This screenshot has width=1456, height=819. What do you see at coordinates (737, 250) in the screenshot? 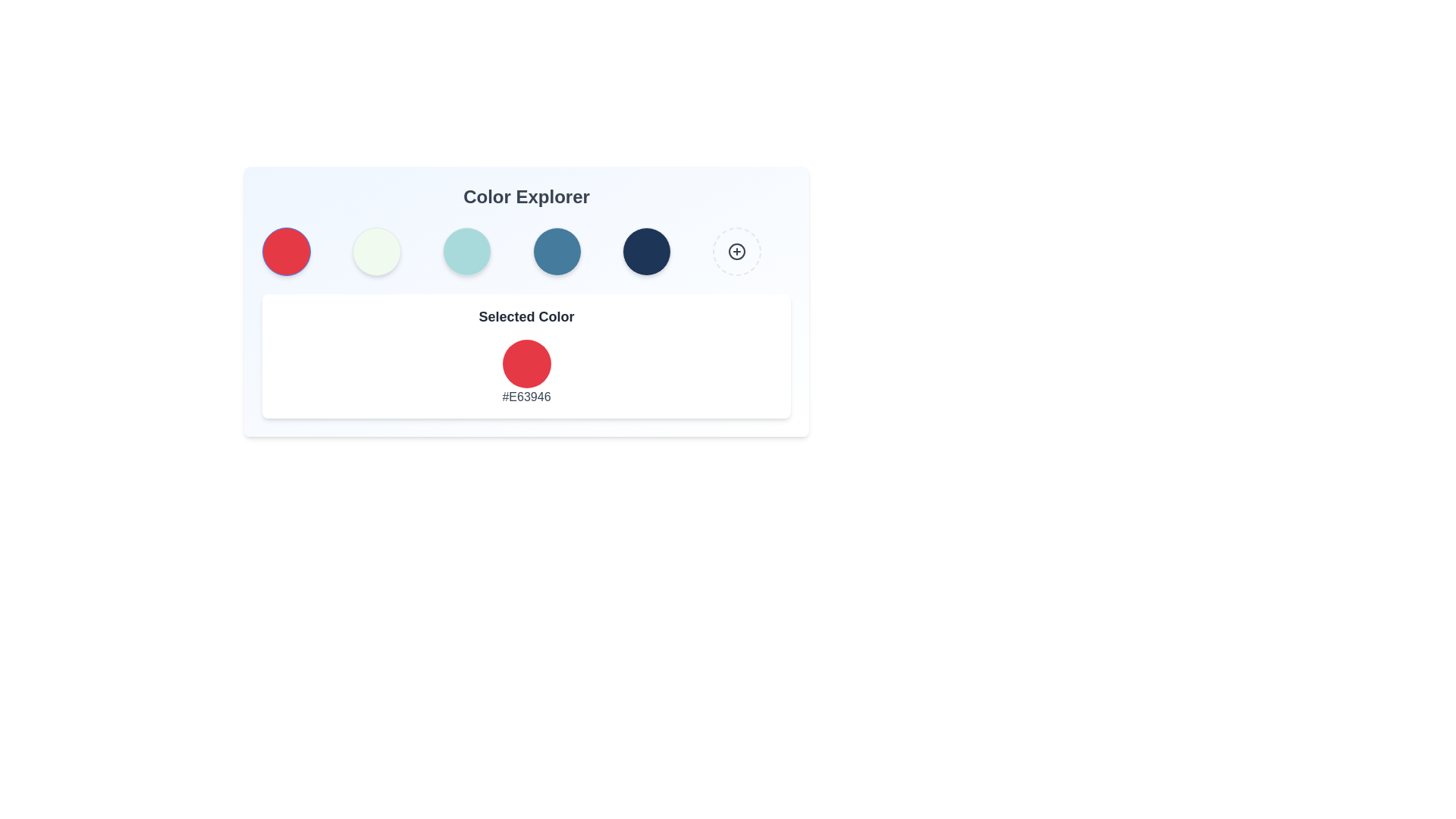
I see `the circular button with a dashed border and a plus sign at its center, which is the sixth item in a horizontal grid of circular elements` at bounding box center [737, 250].